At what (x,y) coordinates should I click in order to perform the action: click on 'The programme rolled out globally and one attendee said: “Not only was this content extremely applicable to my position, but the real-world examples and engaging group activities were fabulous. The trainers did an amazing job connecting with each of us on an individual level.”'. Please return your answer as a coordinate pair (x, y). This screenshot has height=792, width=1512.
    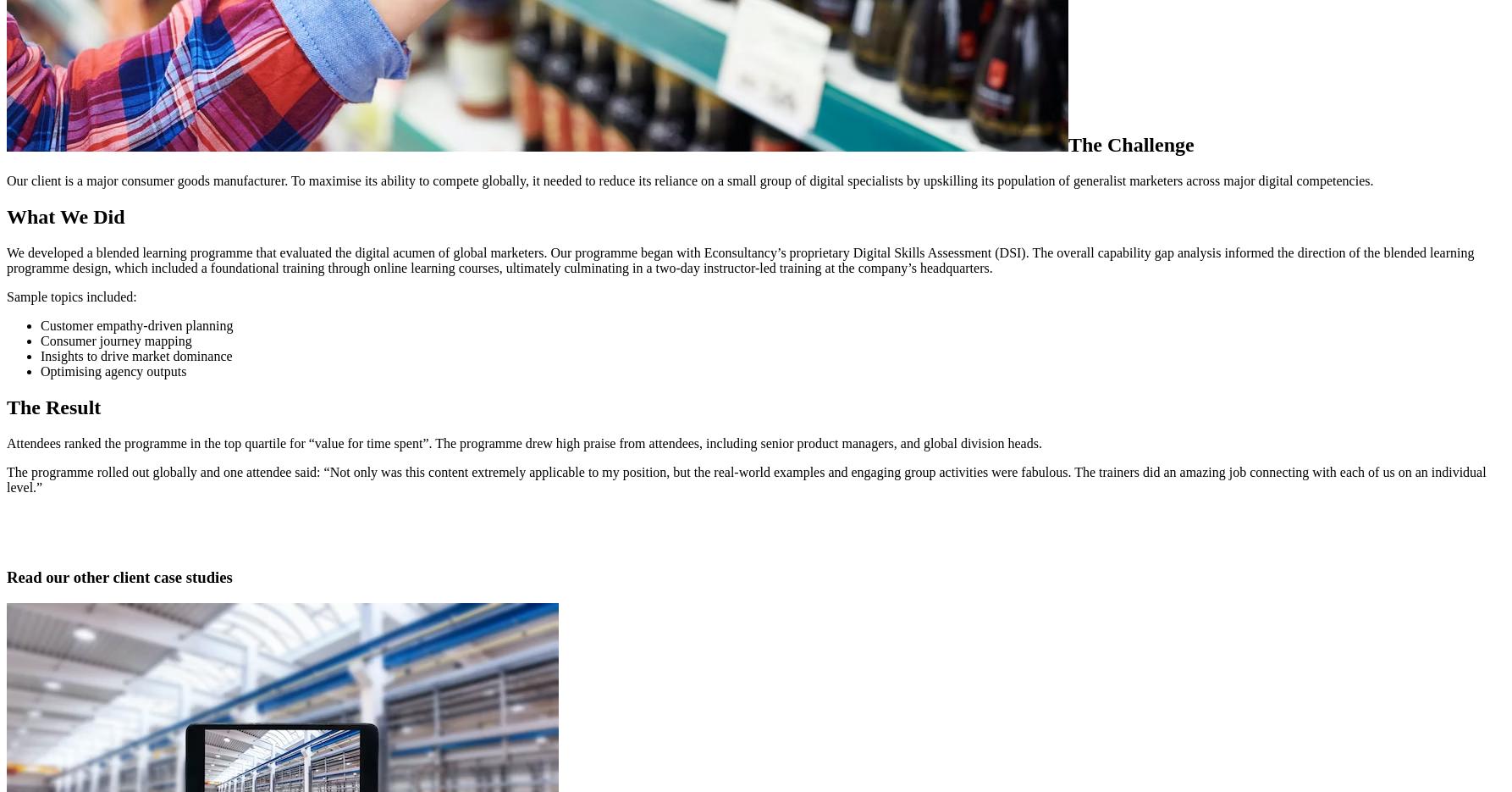
    Looking at the image, I should click on (745, 479).